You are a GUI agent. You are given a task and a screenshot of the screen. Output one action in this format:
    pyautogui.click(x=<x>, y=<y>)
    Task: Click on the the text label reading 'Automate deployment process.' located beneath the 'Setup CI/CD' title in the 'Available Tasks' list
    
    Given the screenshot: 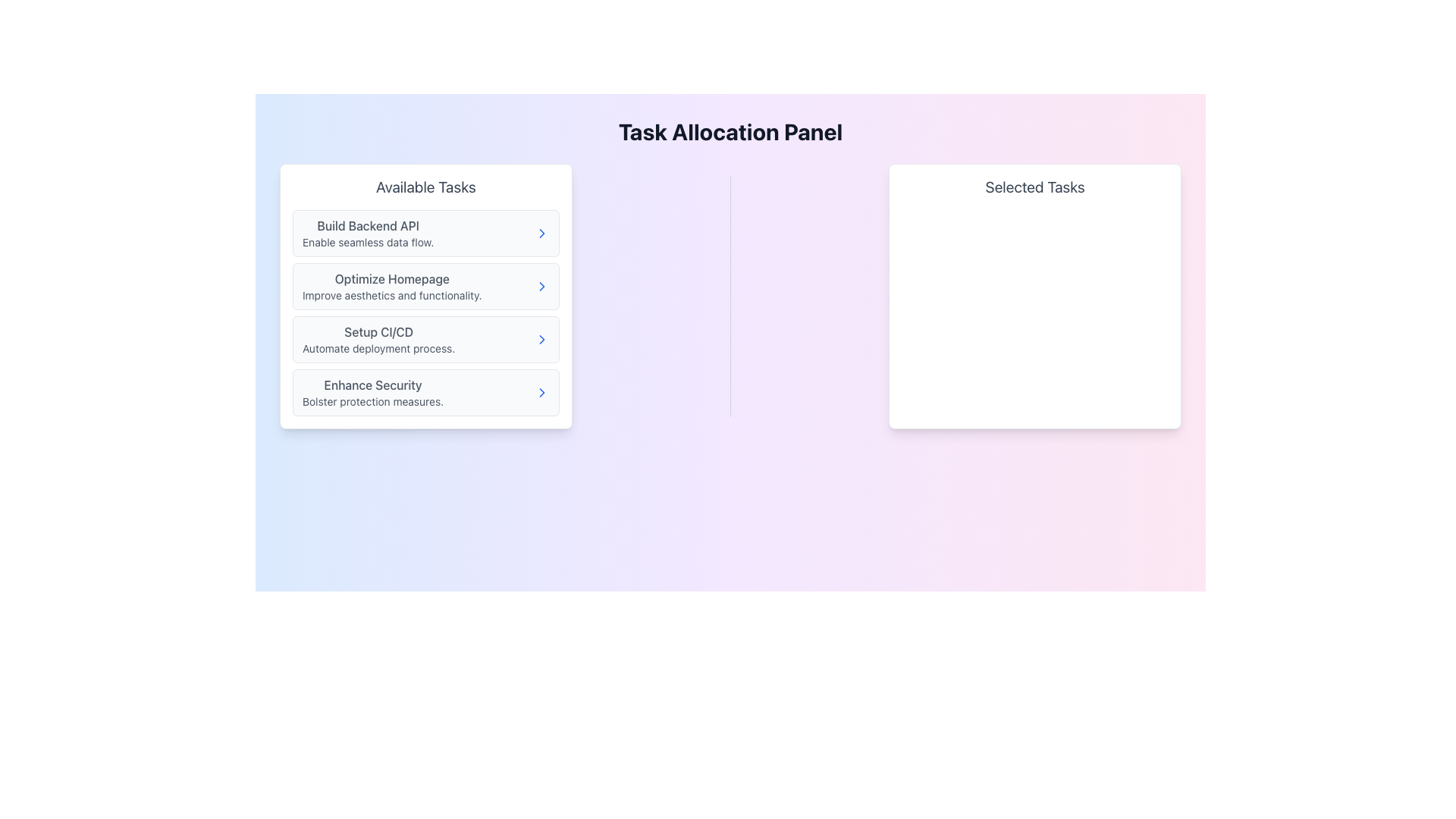 What is the action you would take?
    pyautogui.click(x=378, y=348)
    